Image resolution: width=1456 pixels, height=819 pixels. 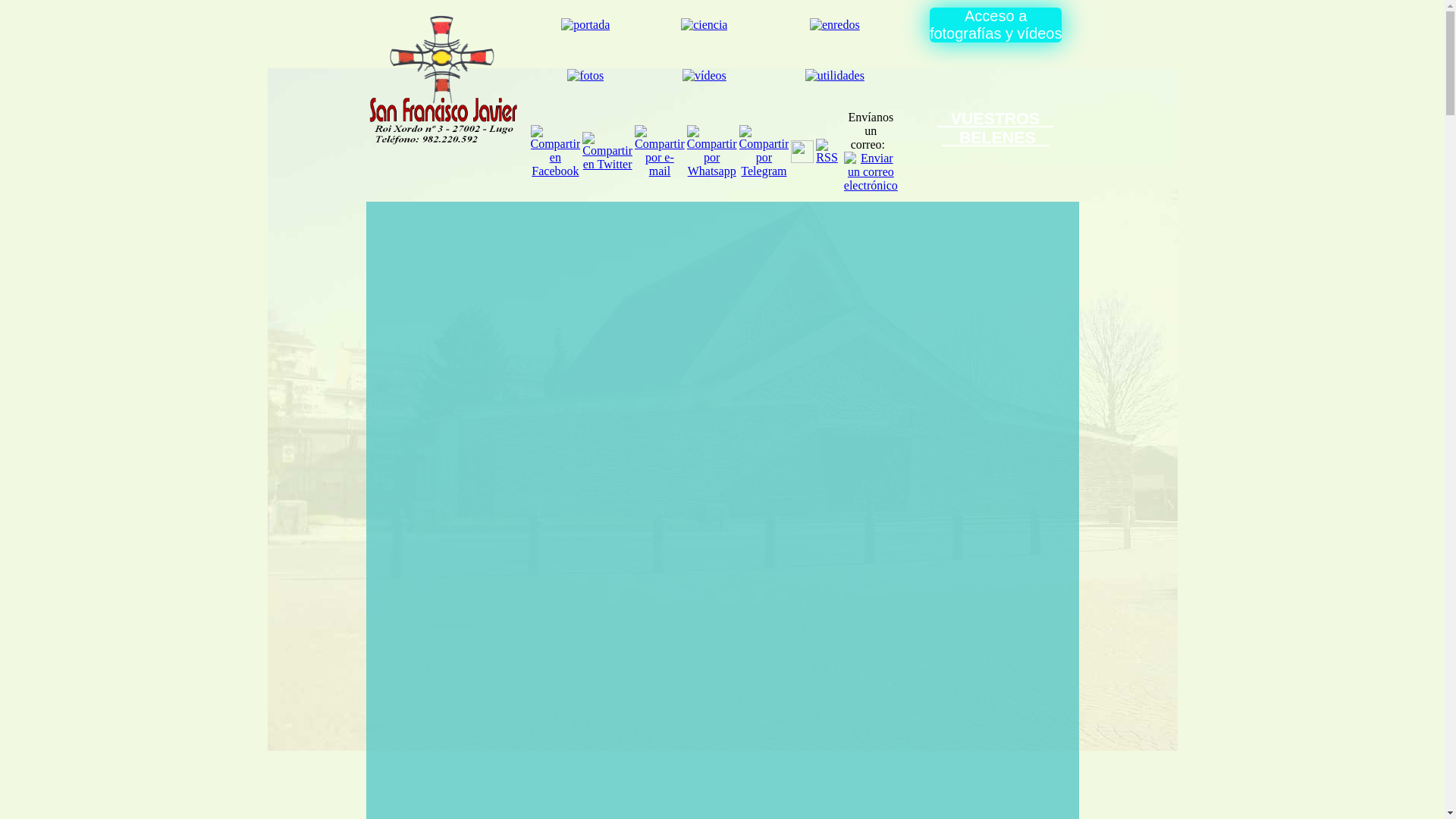 What do you see at coordinates (995, 127) in the screenshot?
I see `'   VUESTROS` at bounding box center [995, 127].